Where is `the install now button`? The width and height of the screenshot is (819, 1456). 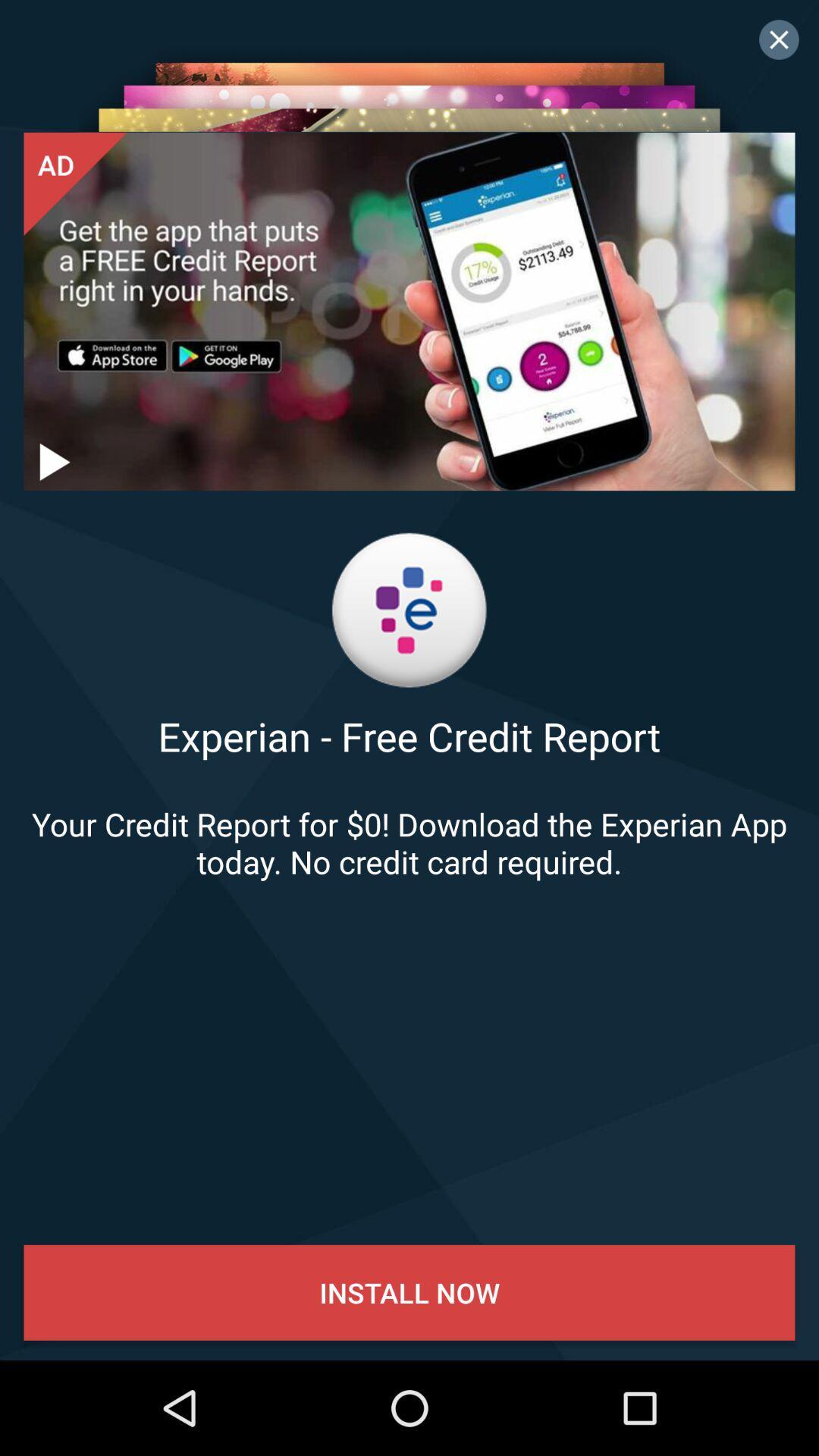
the install now button is located at coordinates (409, 1291).